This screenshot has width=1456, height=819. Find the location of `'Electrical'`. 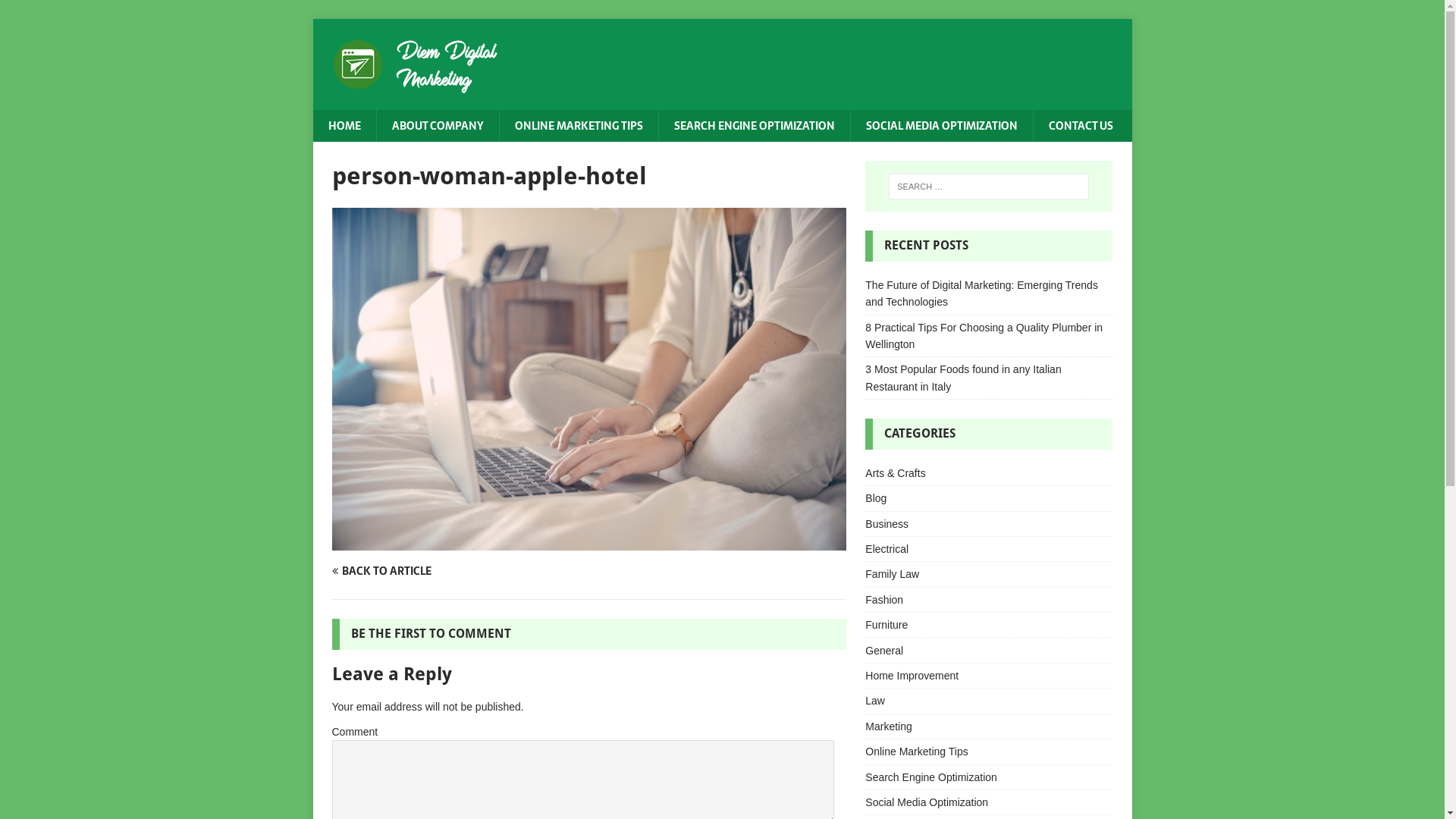

'Electrical' is located at coordinates (989, 549).